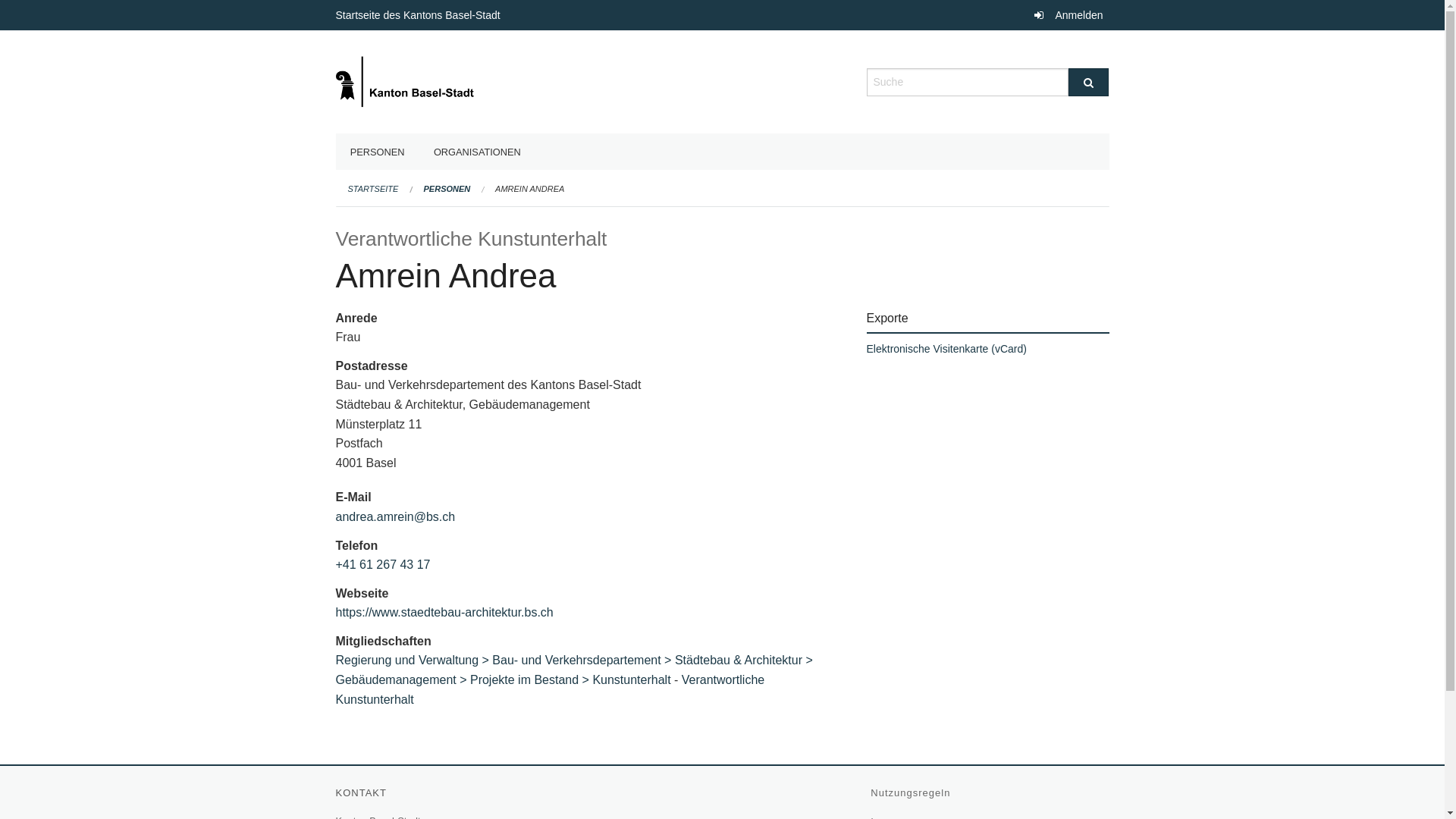  What do you see at coordinates (395, 516) in the screenshot?
I see `'andrea.amrein@bs.ch'` at bounding box center [395, 516].